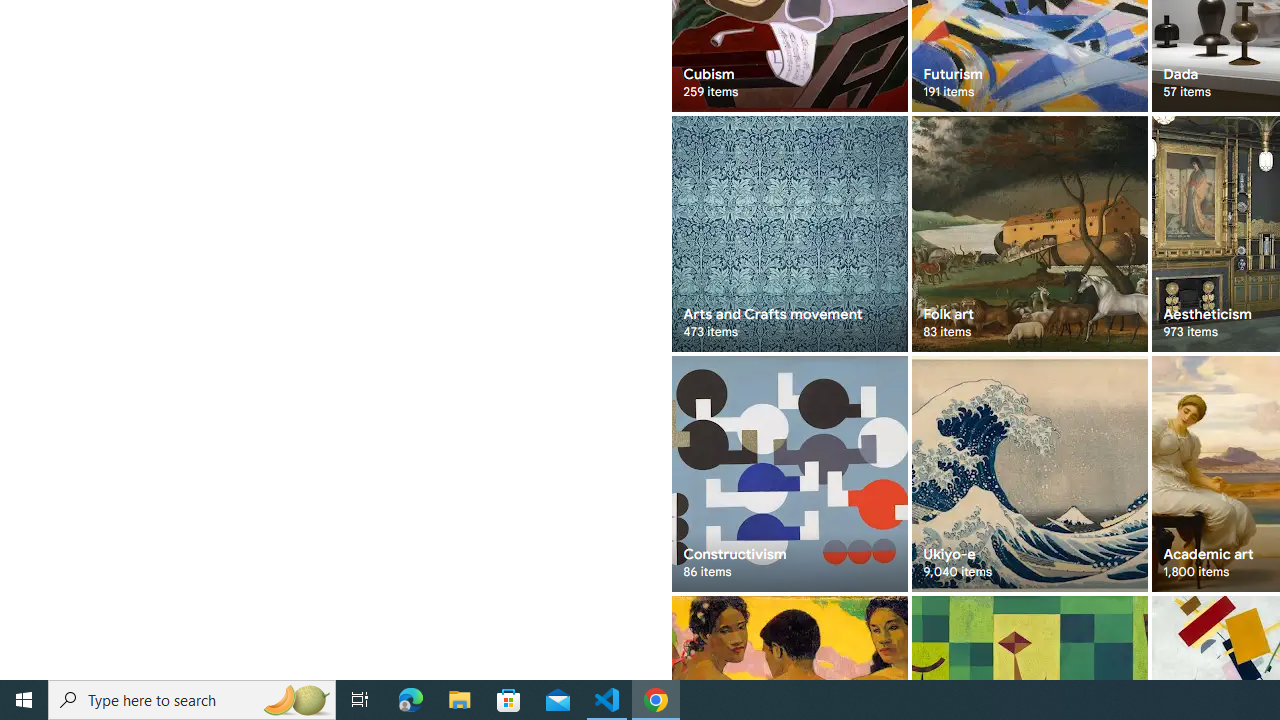 This screenshot has height=720, width=1280. What do you see at coordinates (1029, 473) in the screenshot?
I see `'Ukiyo-e 9,040 items'` at bounding box center [1029, 473].